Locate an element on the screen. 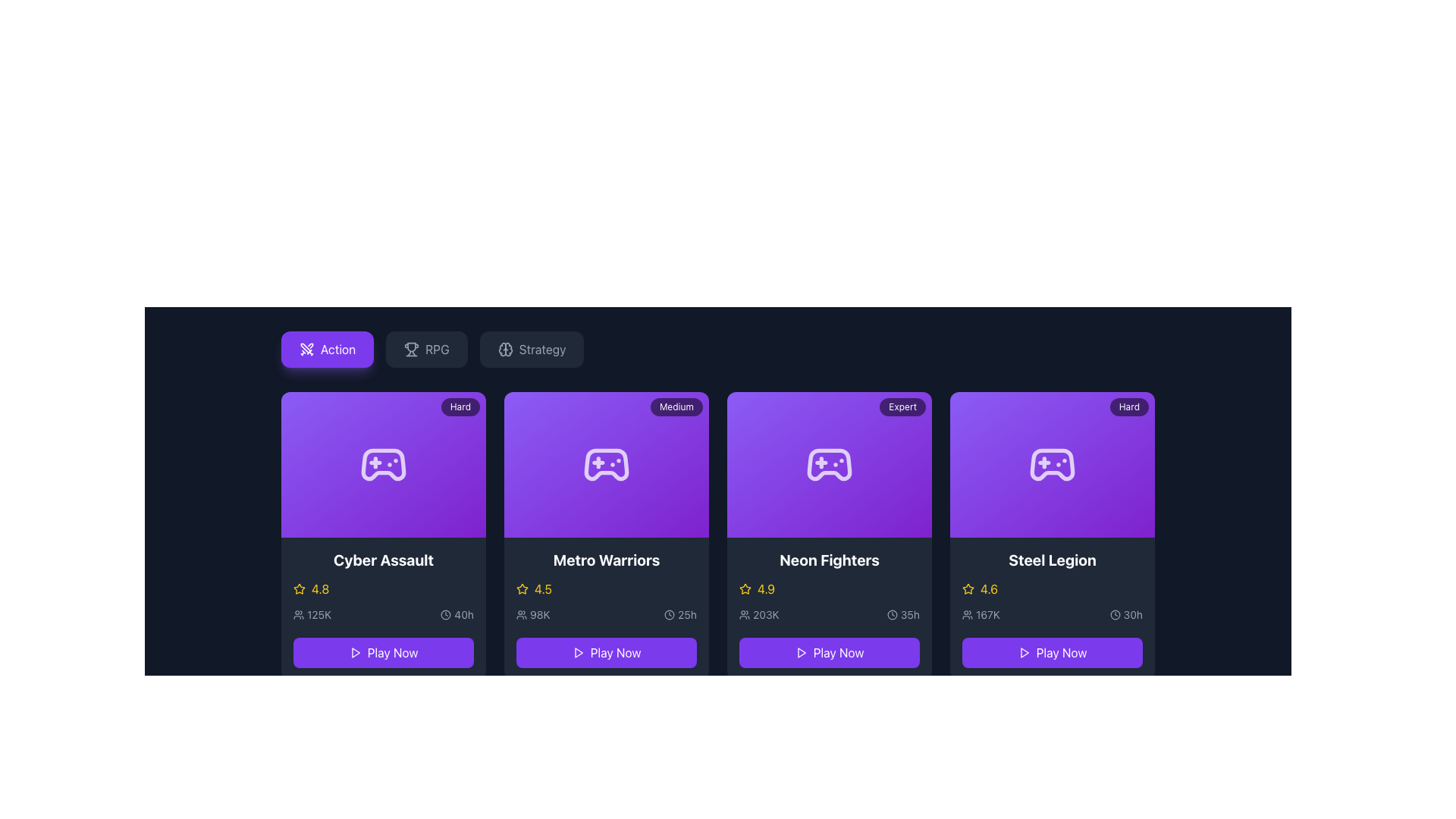 The height and width of the screenshot is (819, 1456). the 'Play Now' button located in the fourth column of the grid, directly below the 'Steel Legion' card content to initiate the action is located at coordinates (1051, 651).